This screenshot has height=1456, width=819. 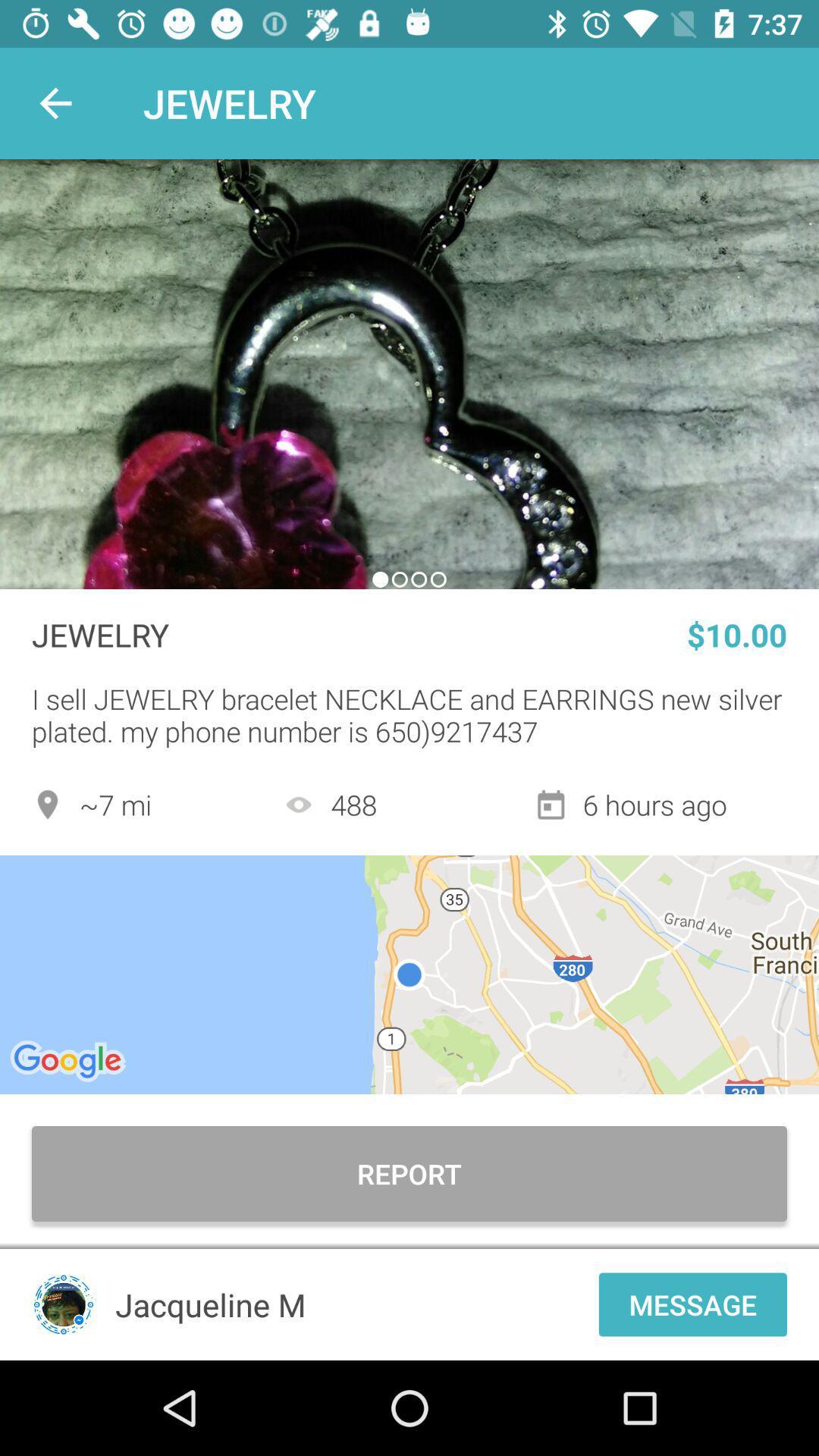 What do you see at coordinates (409, 374) in the screenshot?
I see `the item above the jewelry` at bounding box center [409, 374].